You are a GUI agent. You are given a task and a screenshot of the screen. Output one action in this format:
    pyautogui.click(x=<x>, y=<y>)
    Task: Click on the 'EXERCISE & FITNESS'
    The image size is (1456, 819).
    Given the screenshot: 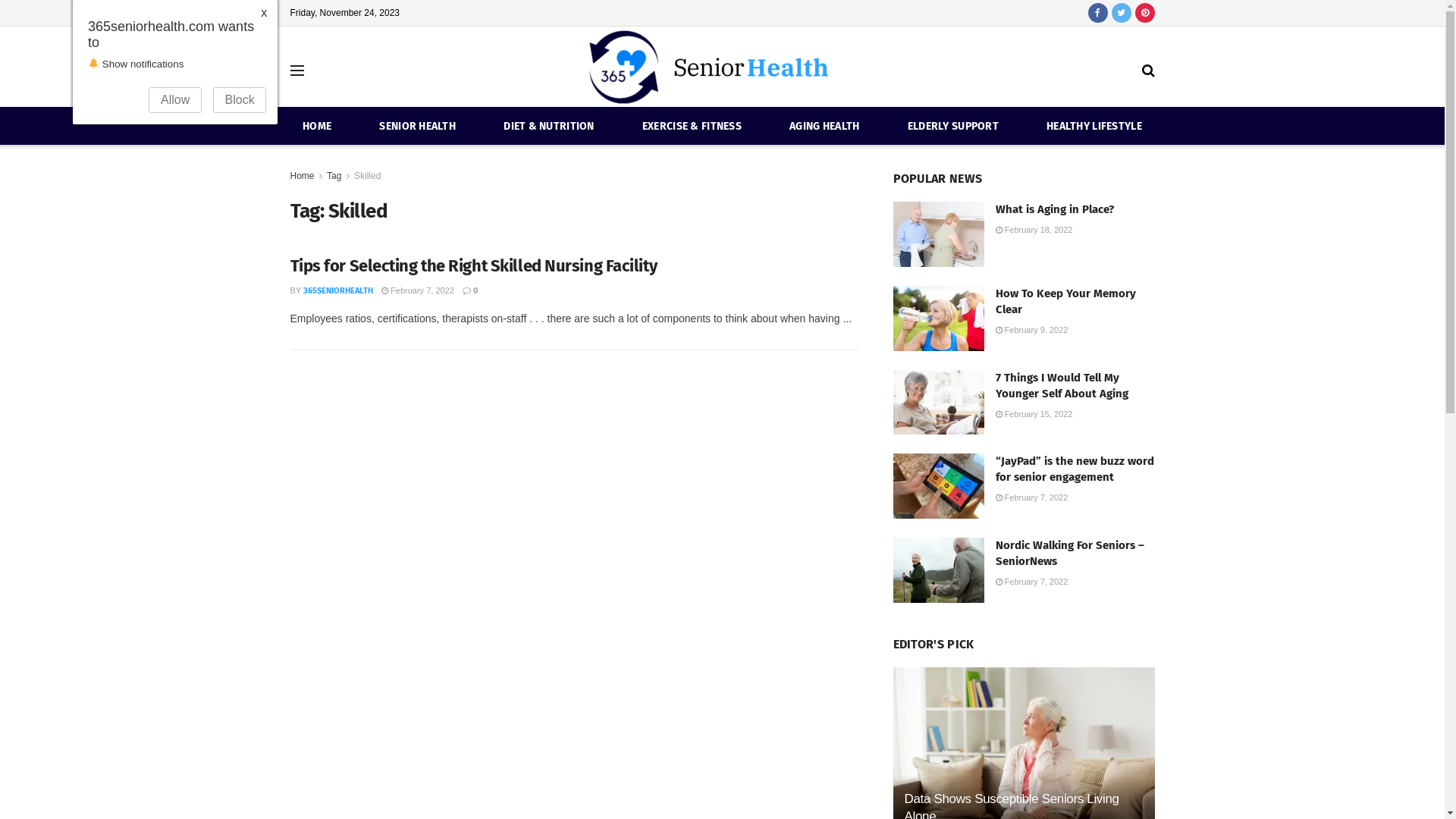 What is the action you would take?
    pyautogui.click(x=691, y=125)
    